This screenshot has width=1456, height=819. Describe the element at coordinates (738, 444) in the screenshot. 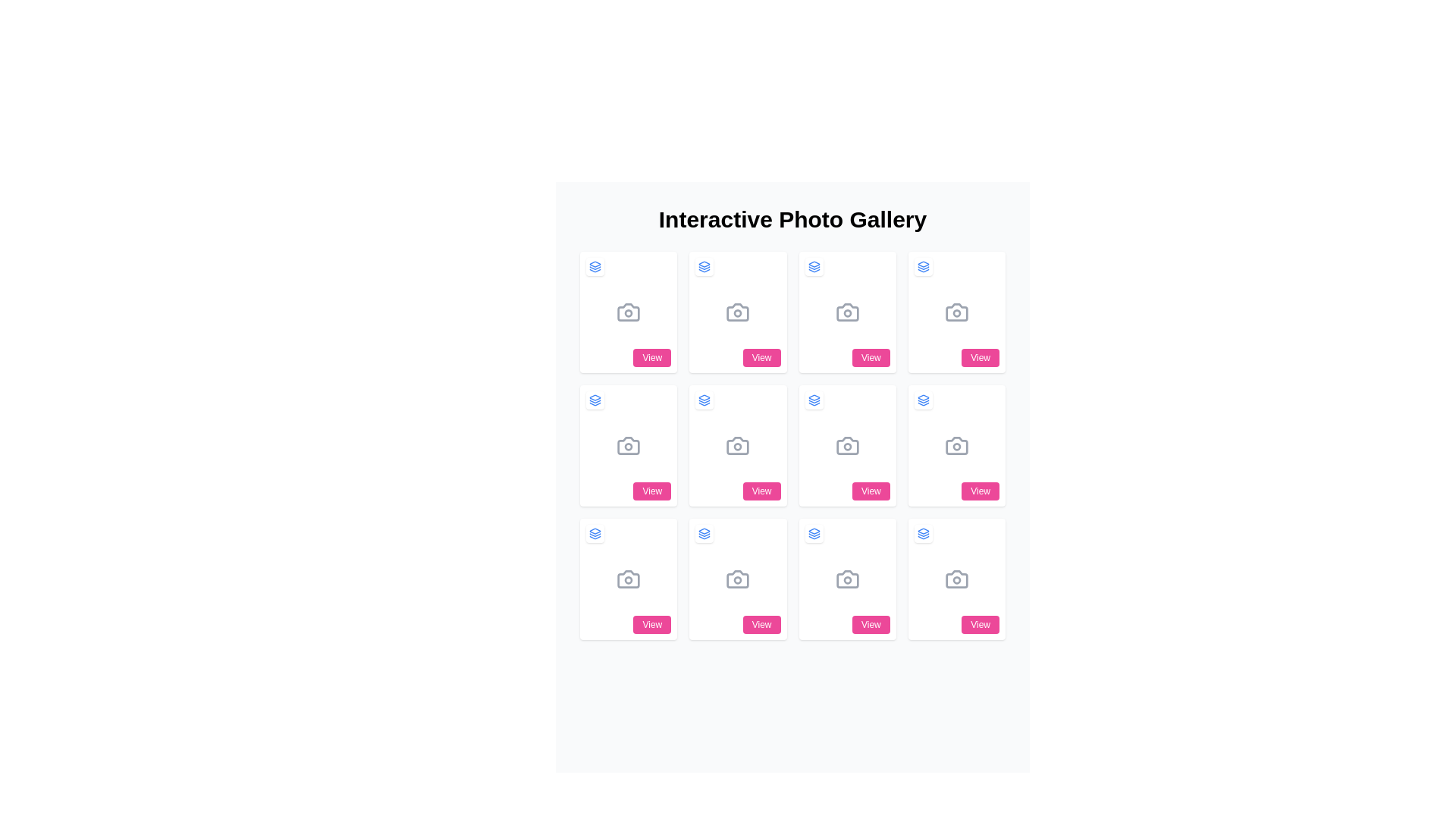

I see `the inner detail of the camera icon, which is represented as a gray outlined vector graphic within the SVG layout of the interactive photo gallery` at that location.